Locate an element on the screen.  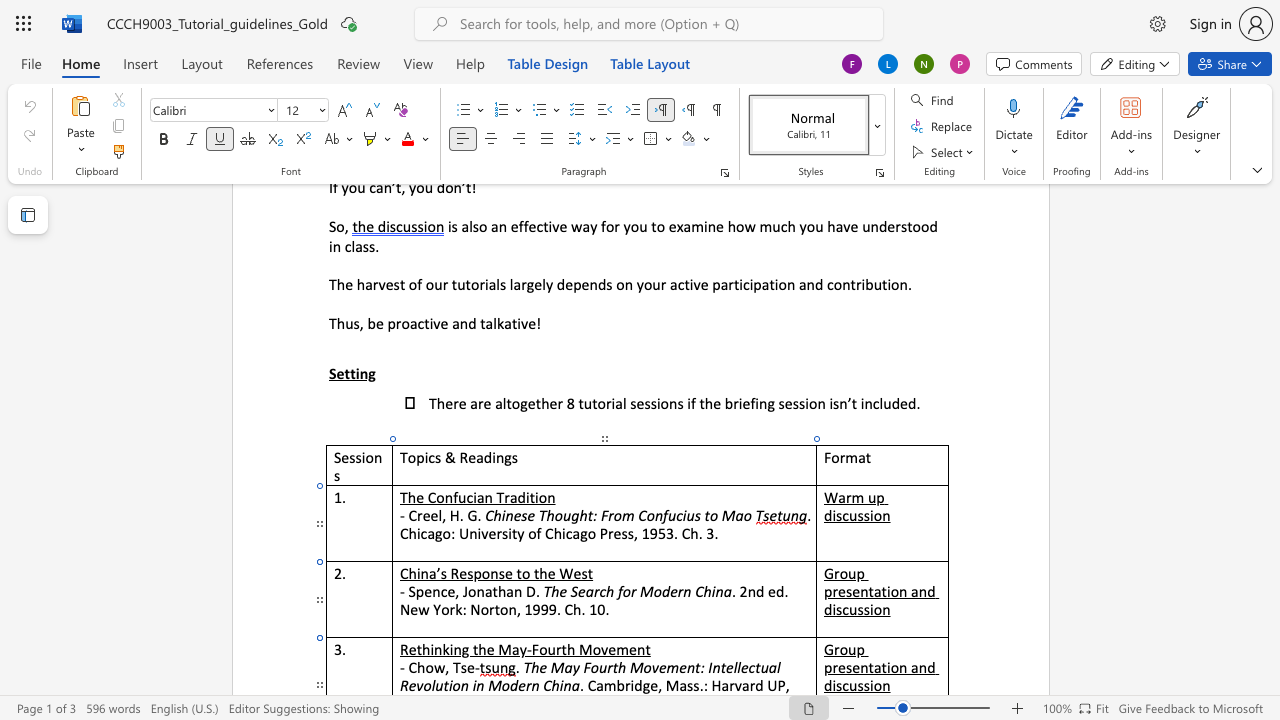
the space between the continuous character "l" and "l" in the text is located at coordinates (736, 667).